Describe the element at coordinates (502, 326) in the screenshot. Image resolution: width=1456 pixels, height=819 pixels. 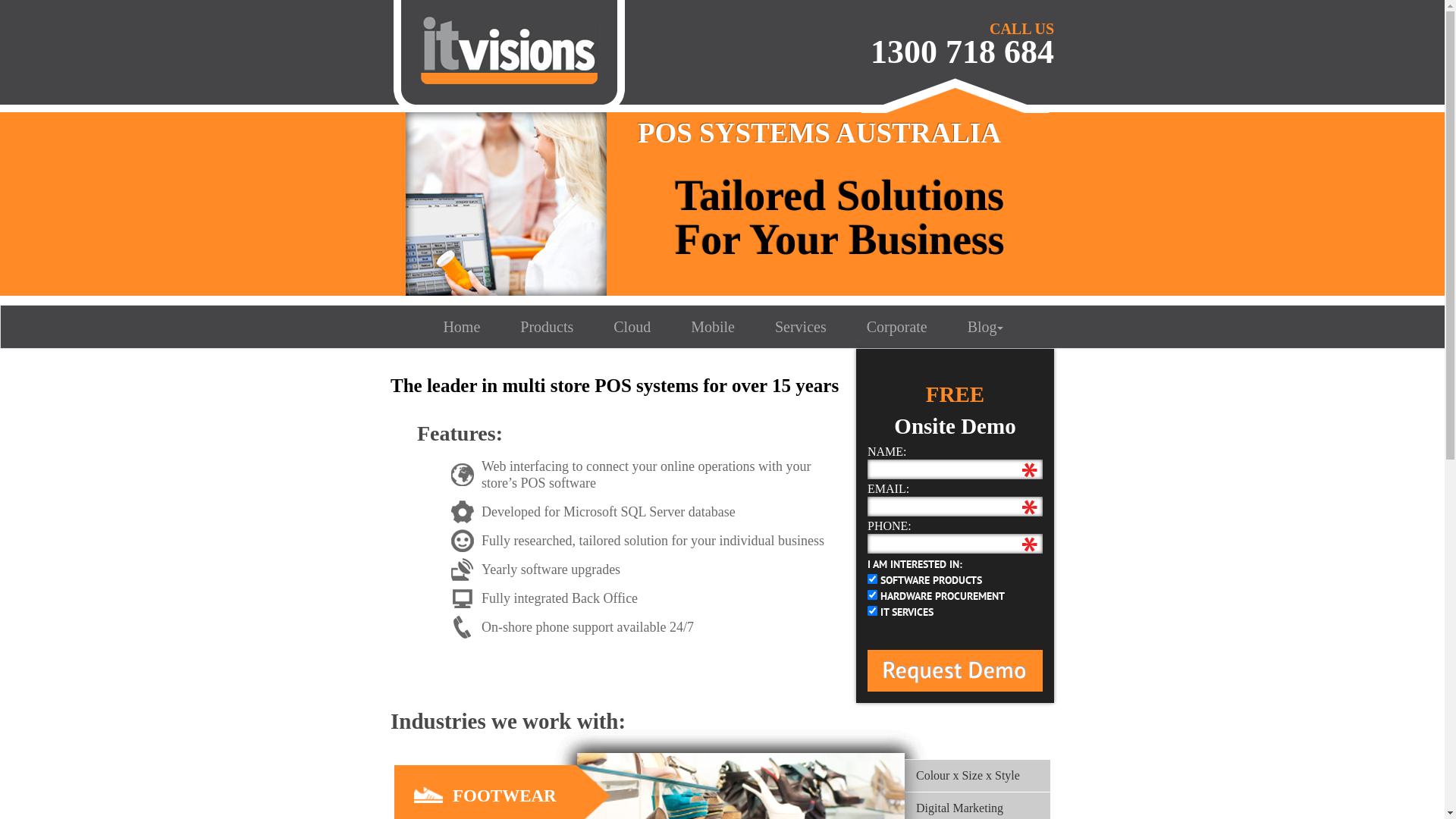
I see `'Products'` at that location.